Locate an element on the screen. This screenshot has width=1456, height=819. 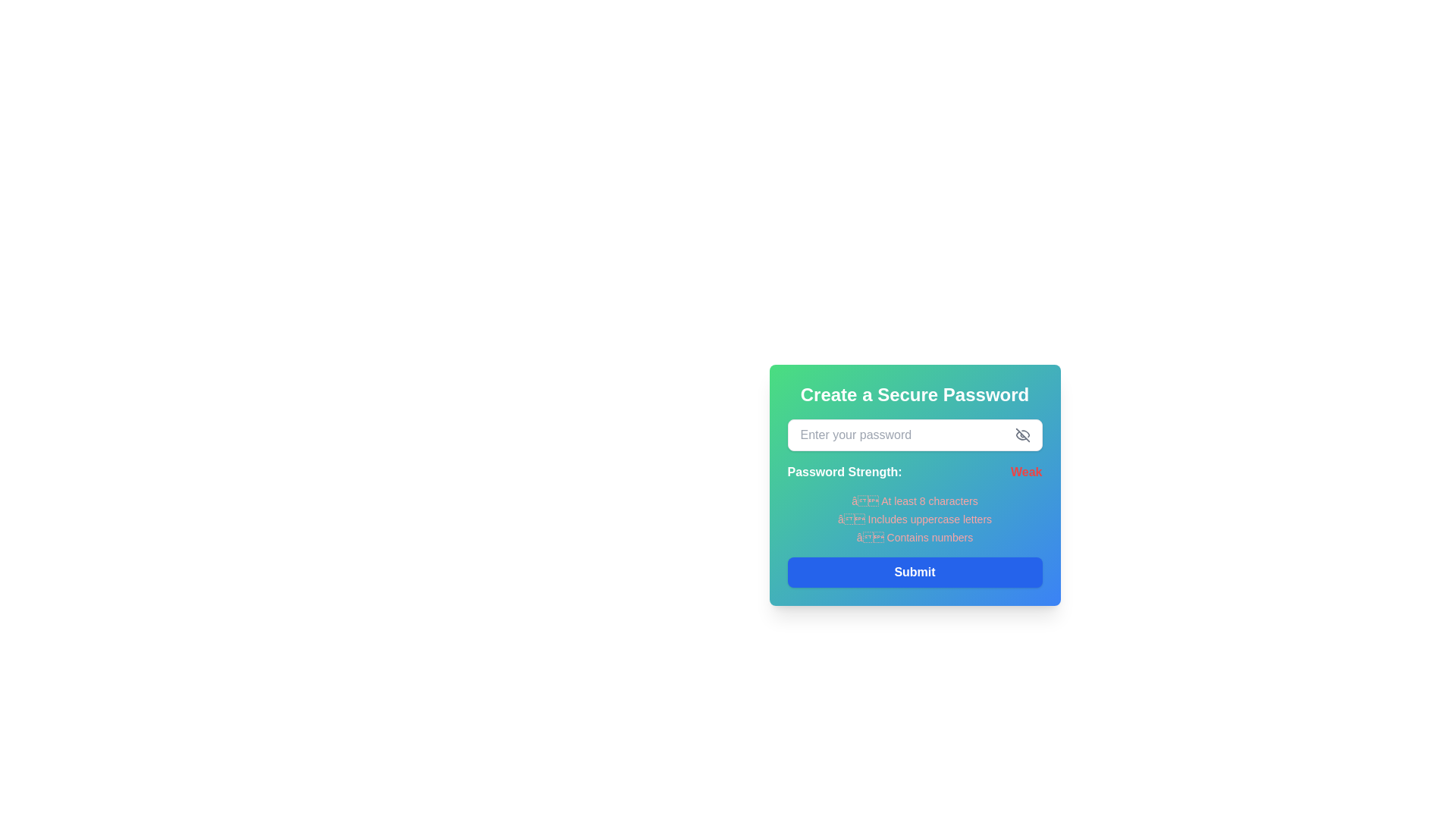
password requirements checklist located directly below the 'Password Strength' indicator, which informs the user about the necessary criteria for creating a secure password is located at coordinates (914, 519).